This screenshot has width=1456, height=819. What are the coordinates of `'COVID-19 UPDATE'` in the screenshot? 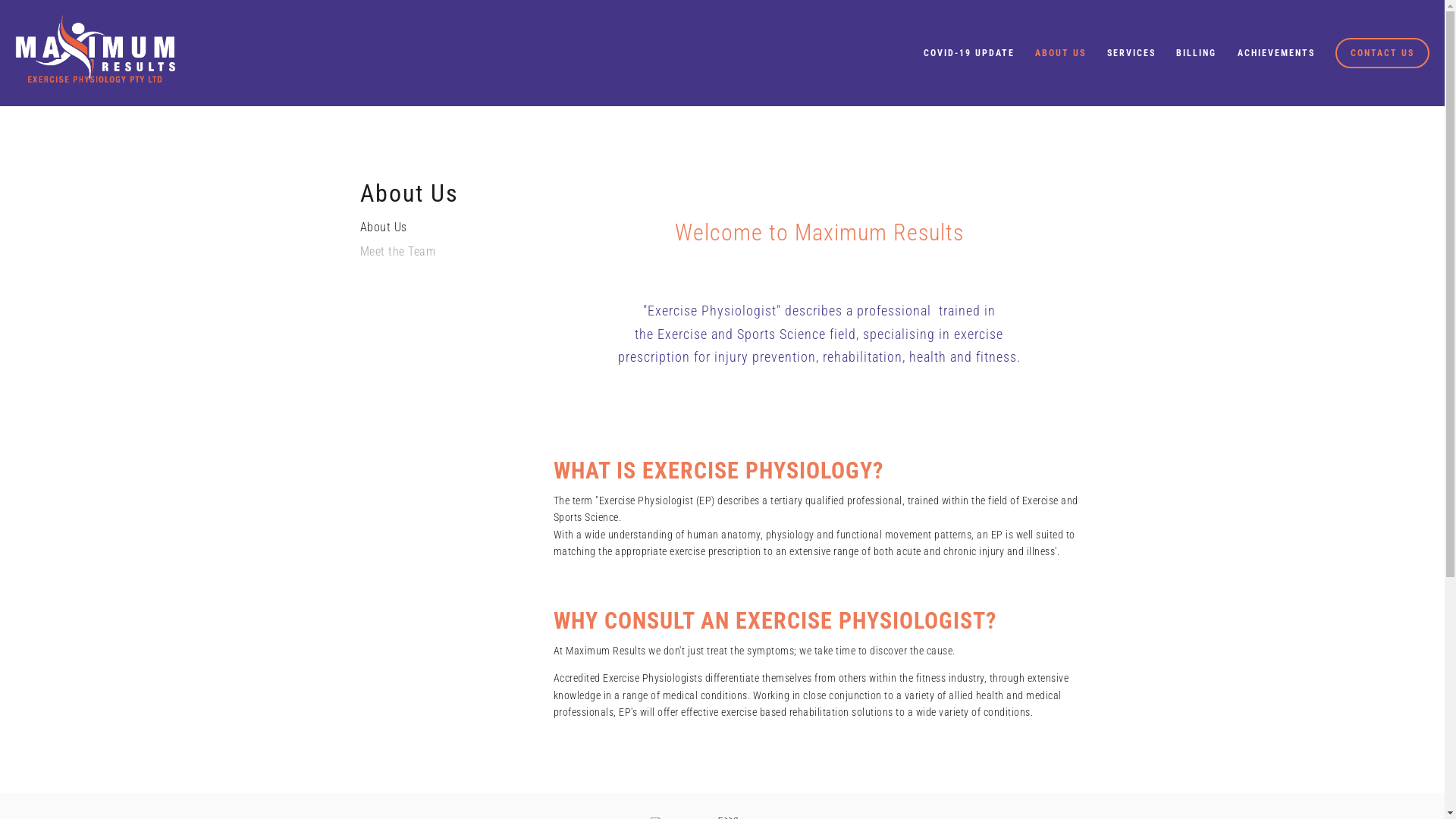 It's located at (913, 52).